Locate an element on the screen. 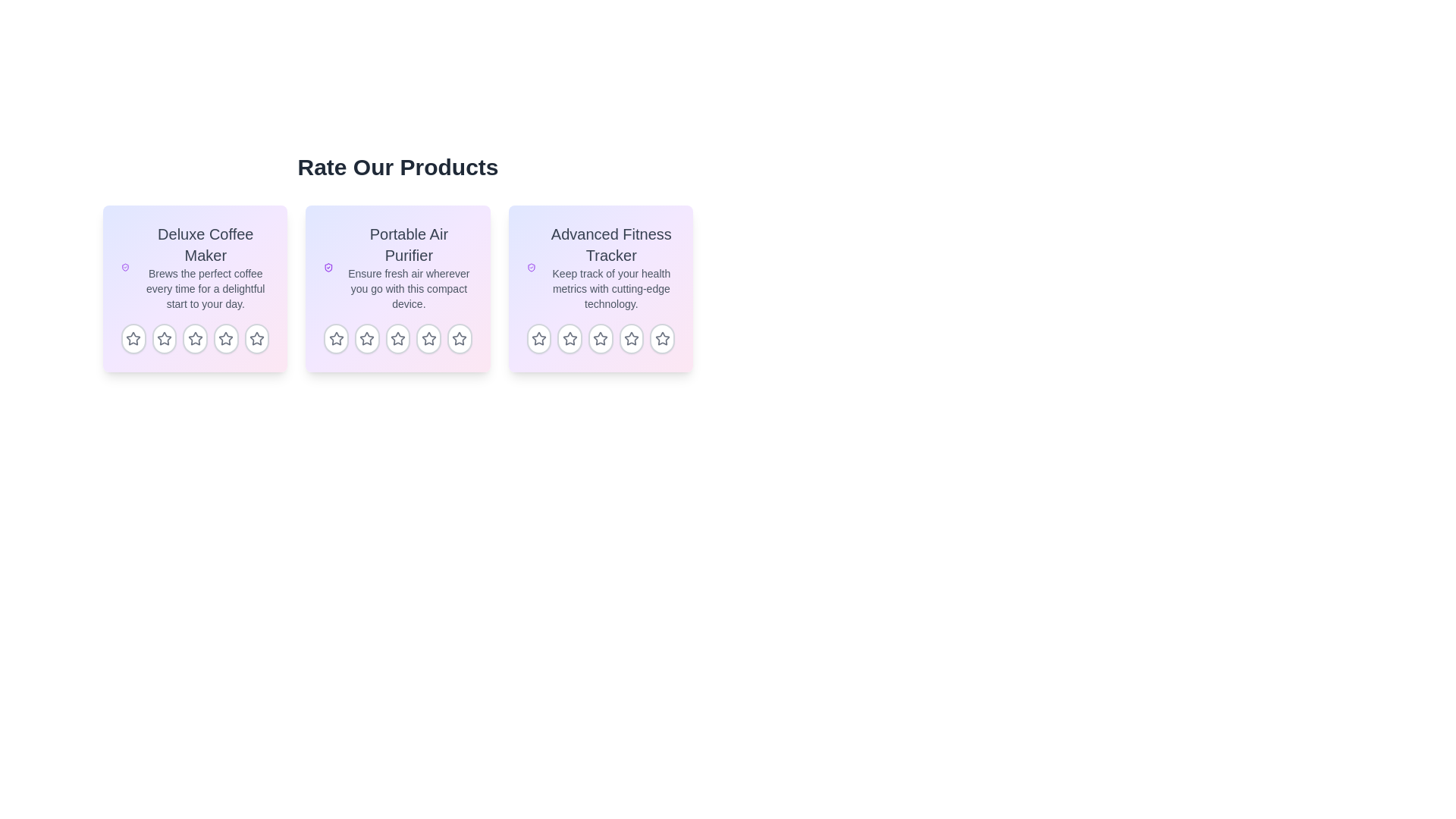 This screenshot has height=819, width=1456. the textual display element that shows 'Portable Air Purifier' with a description of its features, positioned centrally between the 'Deluxe Coffee Maker' and 'Advanced Fitness Tracker' cards is located at coordinates (409, 267).